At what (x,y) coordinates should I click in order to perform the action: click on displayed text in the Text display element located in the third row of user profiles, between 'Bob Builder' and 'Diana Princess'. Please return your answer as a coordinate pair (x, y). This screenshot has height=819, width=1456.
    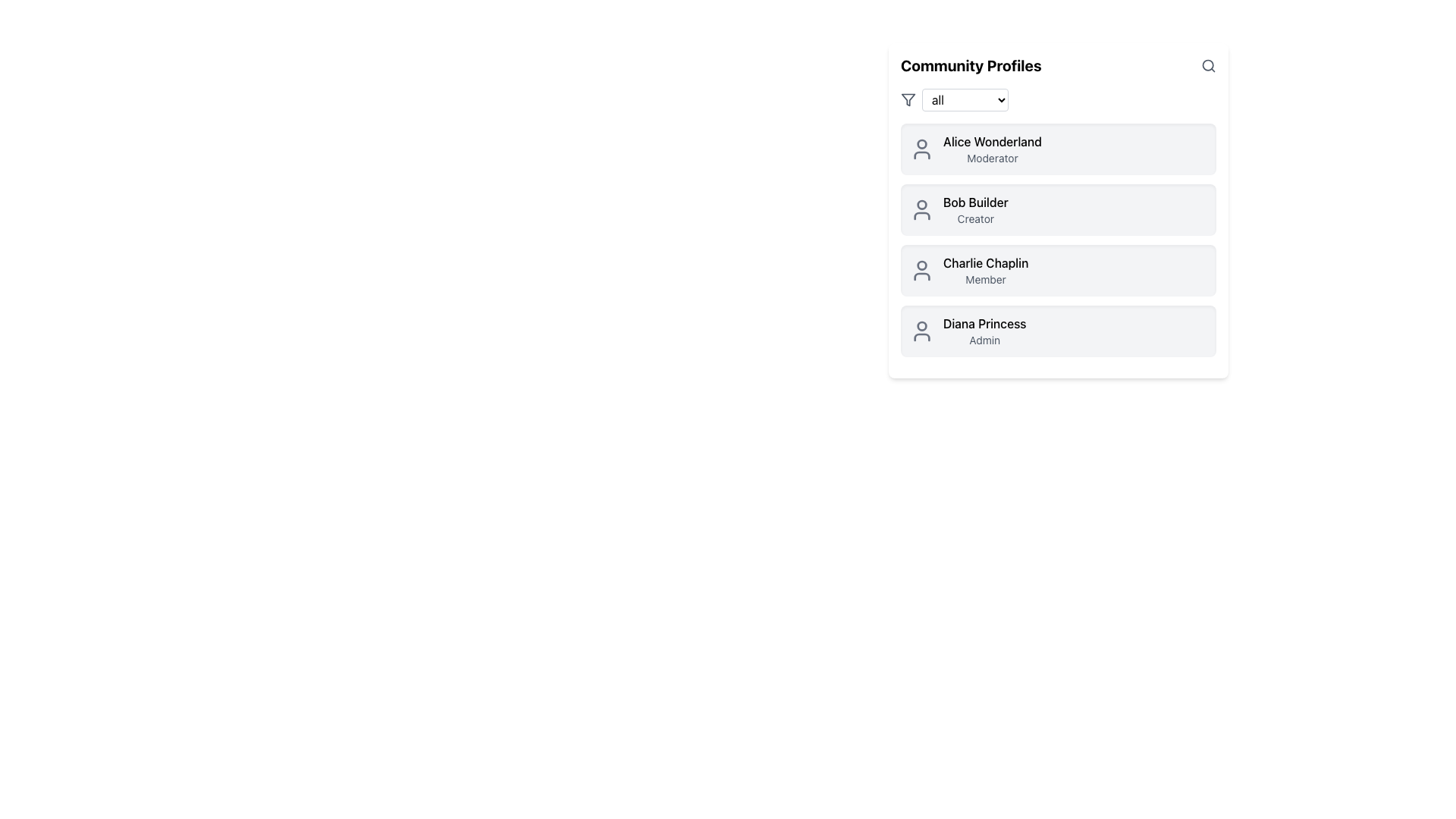
    Looking at the image, I should click on (986, 270).